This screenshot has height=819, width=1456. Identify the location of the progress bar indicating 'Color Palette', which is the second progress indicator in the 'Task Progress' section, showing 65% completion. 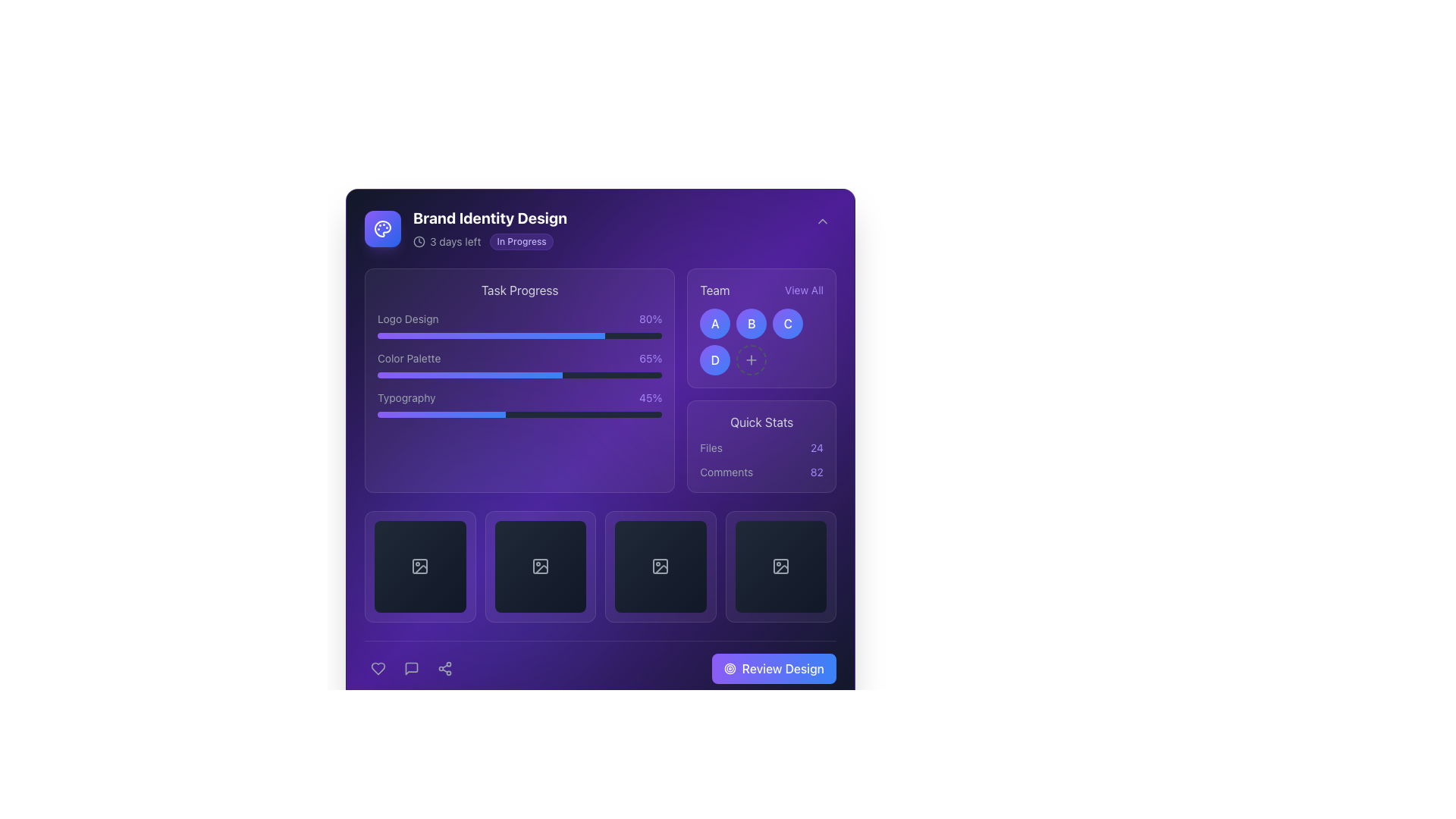
(519, 375).